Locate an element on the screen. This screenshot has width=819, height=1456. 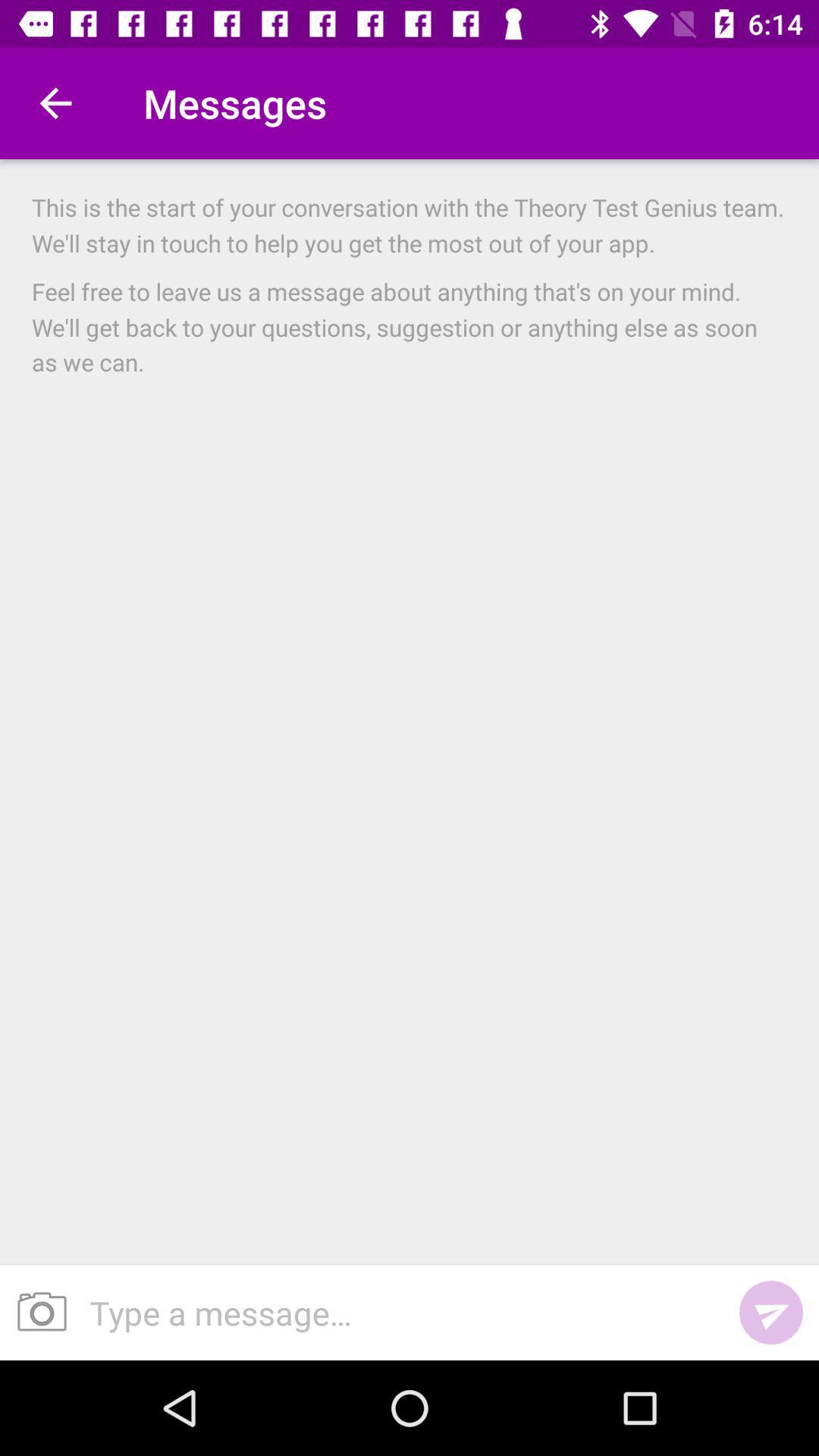
type a message is located at coordinates (397, 1312).